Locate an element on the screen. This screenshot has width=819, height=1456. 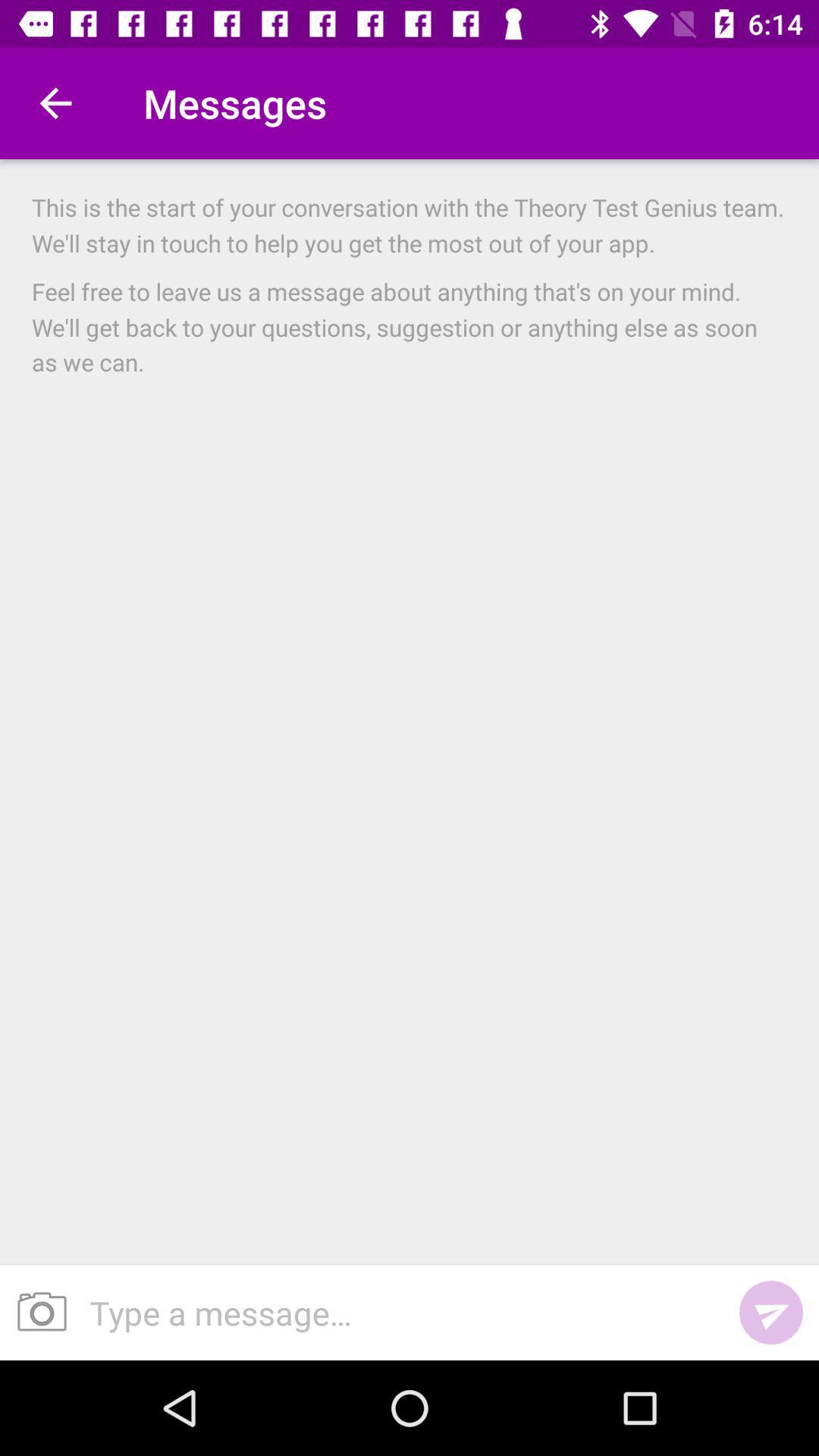
type a message is located at coordinates (397, 1312).